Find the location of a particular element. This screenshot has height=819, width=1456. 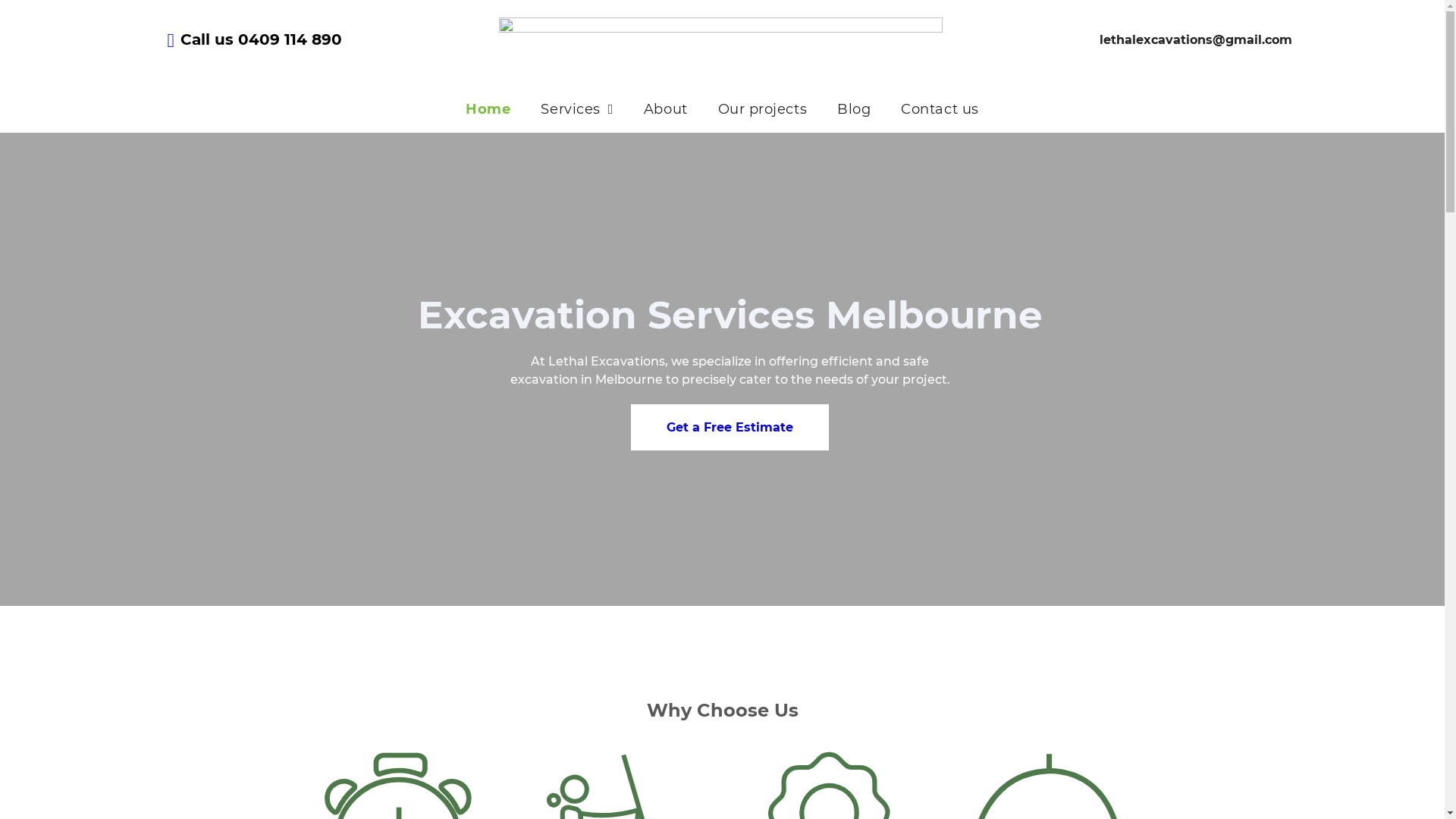

'About' is located at coordinates (666, 108).